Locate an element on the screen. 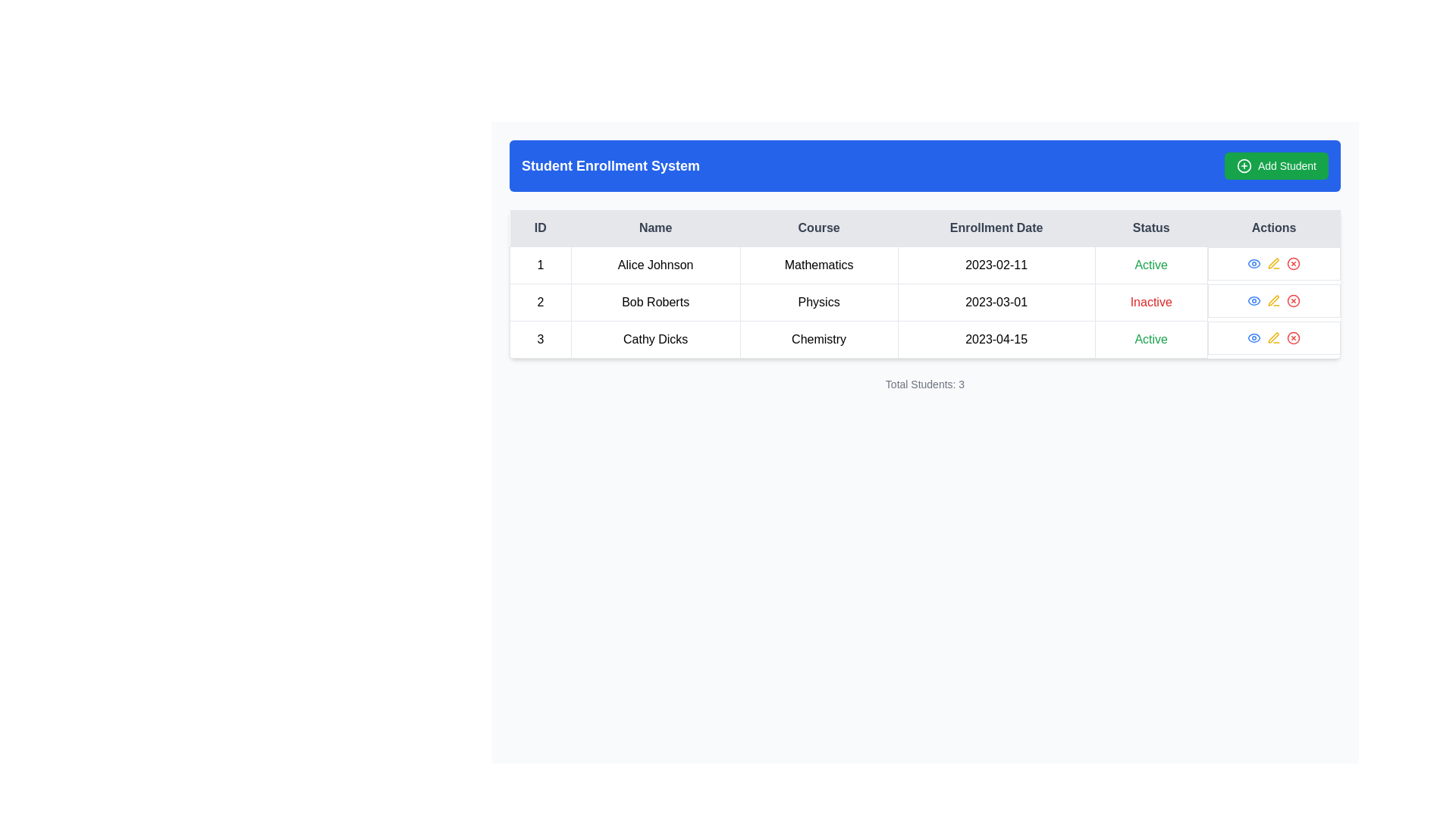 This screenshot has height=819, width=1456. the static text field displaying the enrollment date for 'Cathy Dicks' in the fourth column of the table, located in the third row is located at coordinates (996, 338).